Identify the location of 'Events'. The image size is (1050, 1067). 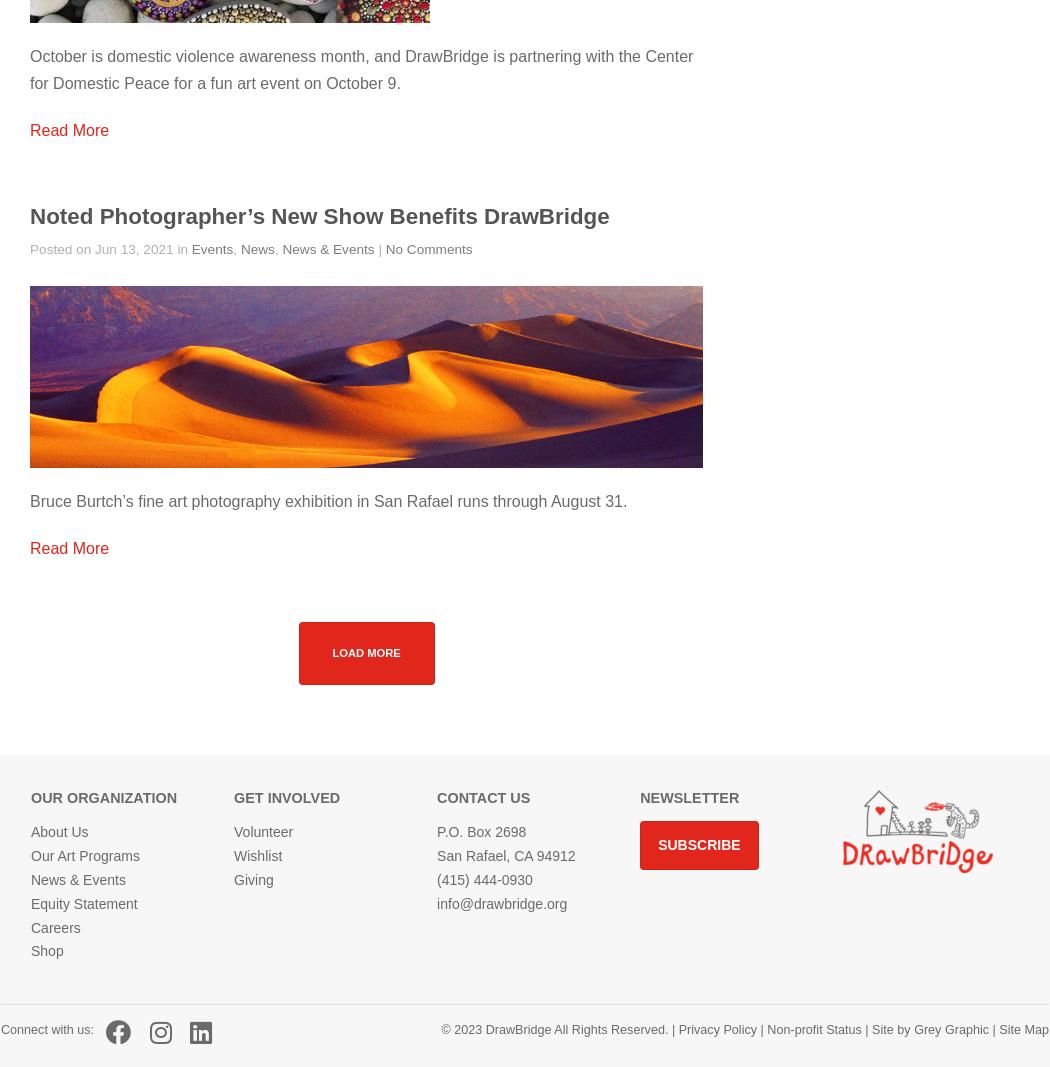
(210, 249).